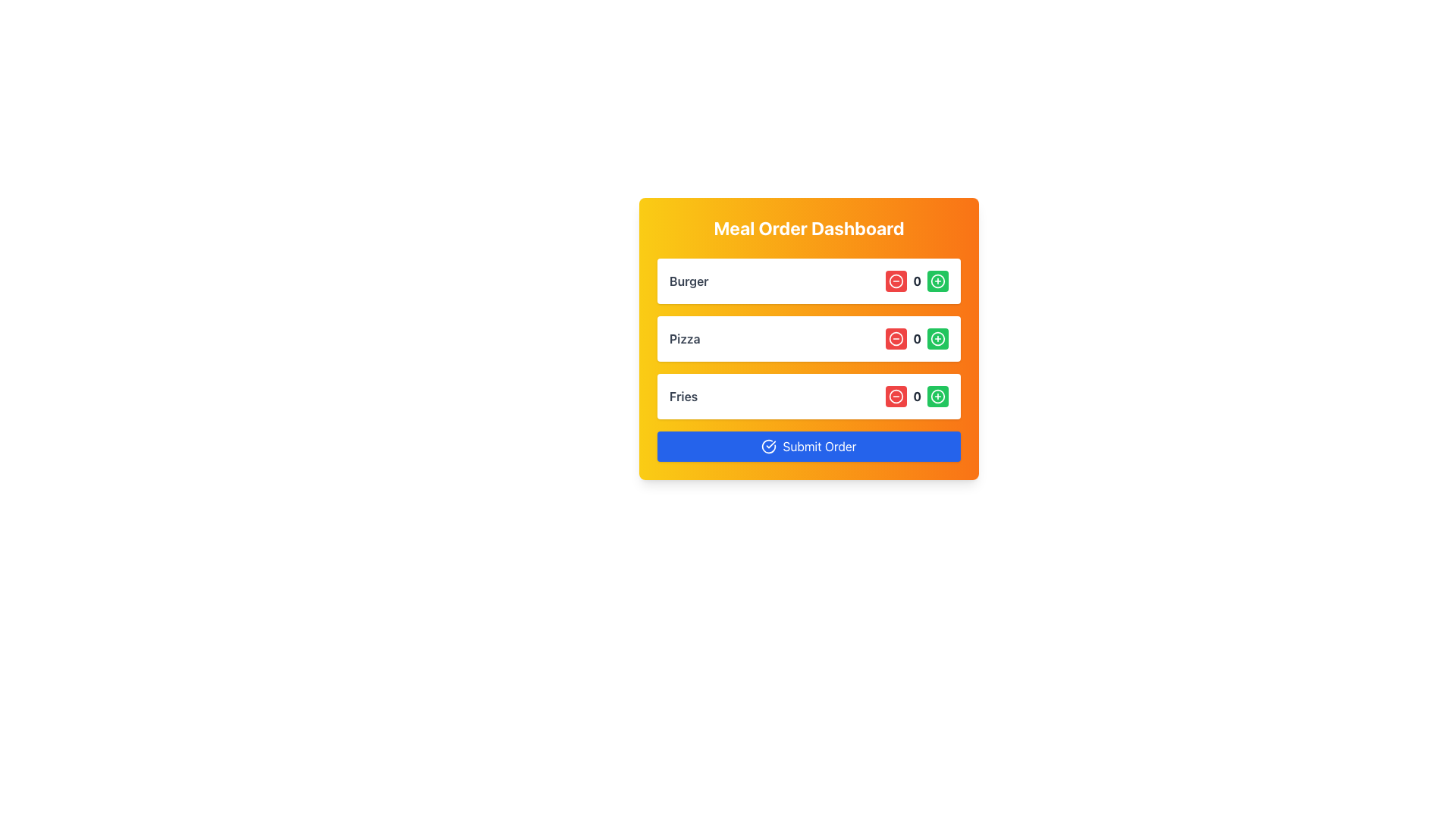 This screenshot has width=1456, height=819. I want to click on the visual representation of the confirmation Icon (SVG component) located inside the 'Submit Order' button, positioned to the left of the button's text content, so click(769, 446).